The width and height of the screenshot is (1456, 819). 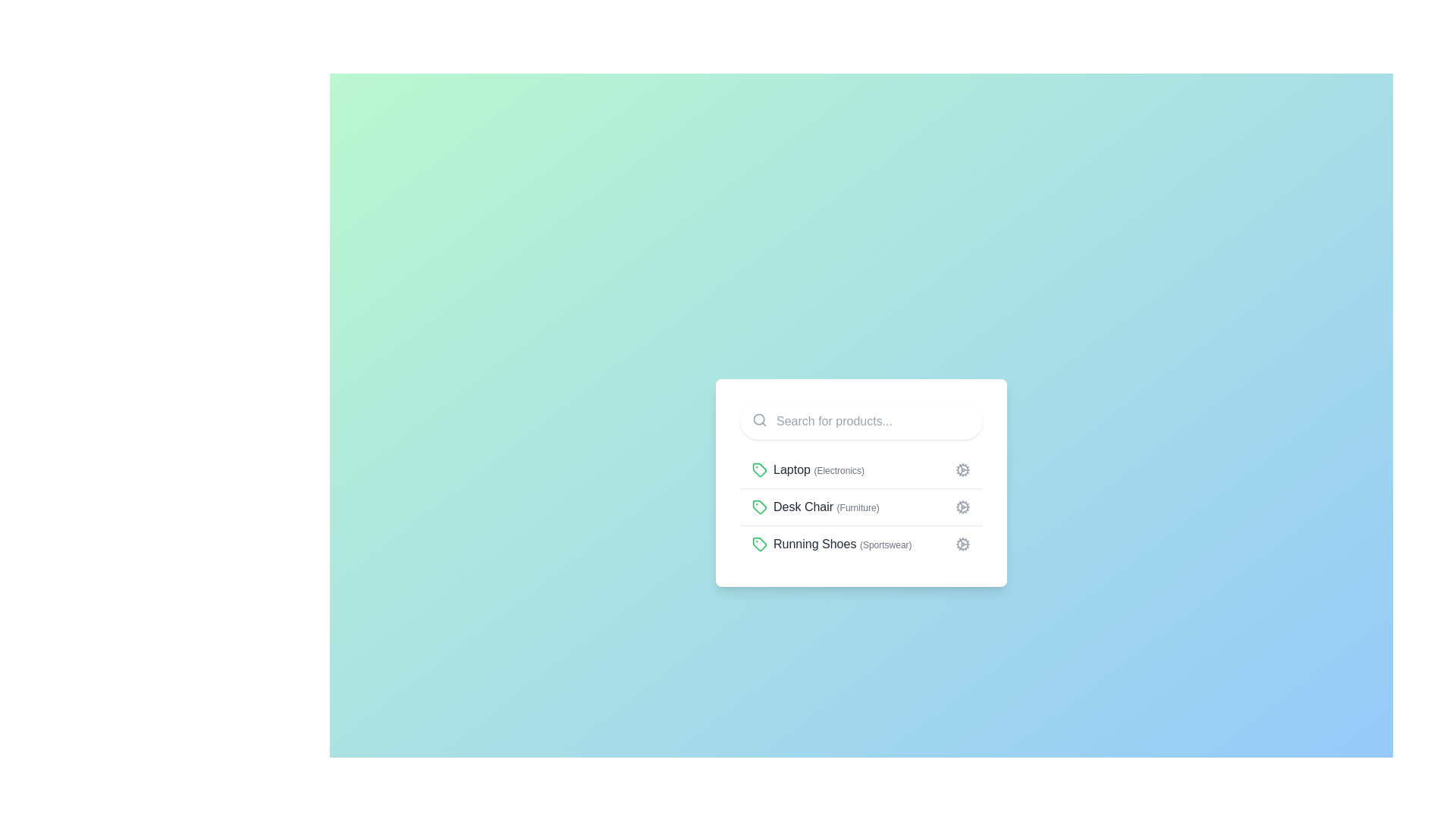 I want to click on the third list item labeled 'Running Shoes (Sportswear)' which features a green tag icon and a settings gear icon on the right for additional options, so click(x=861, y=543).